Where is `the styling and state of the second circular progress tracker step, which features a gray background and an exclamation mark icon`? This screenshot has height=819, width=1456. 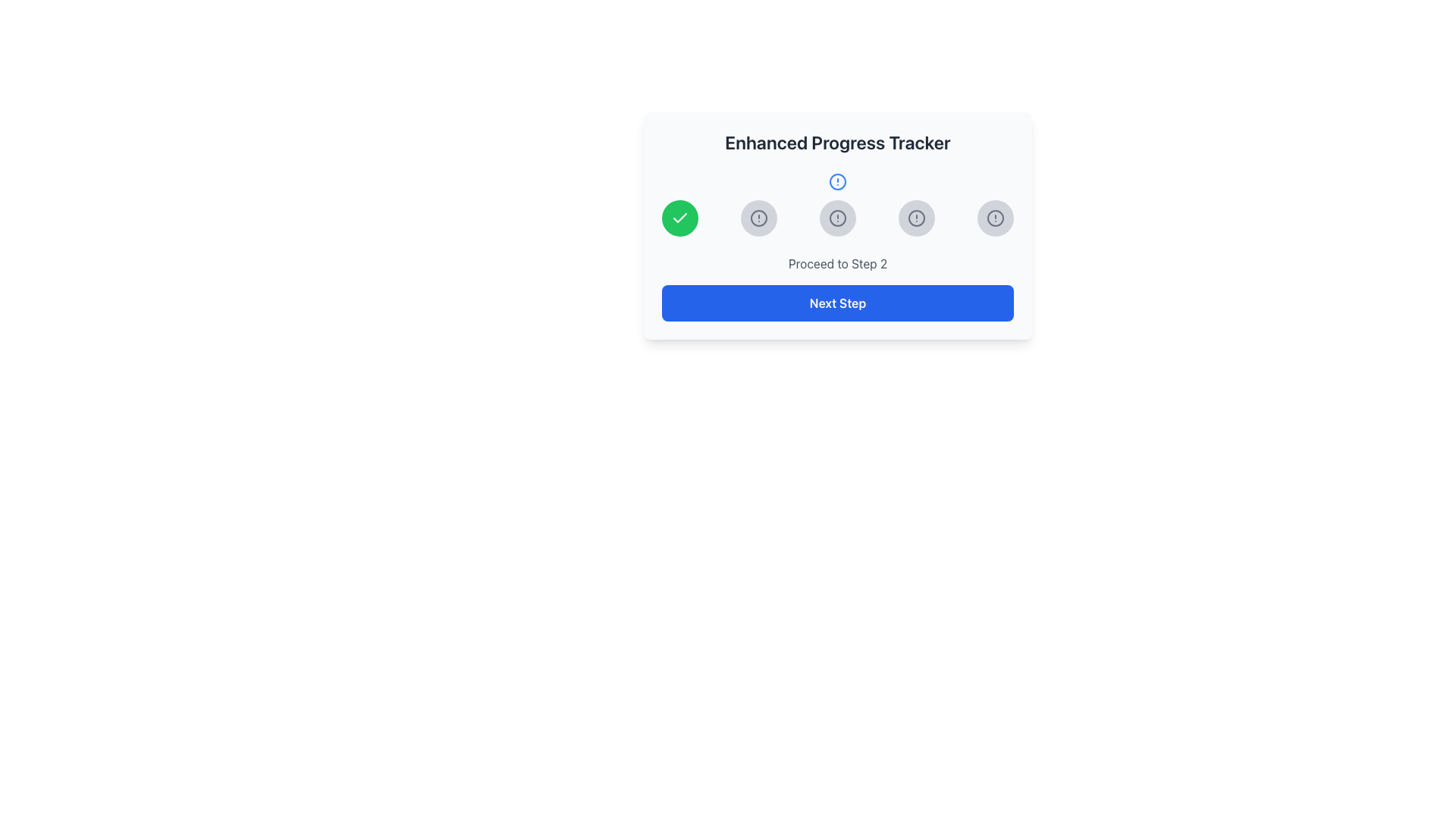 the styling and state of the second circular progress tracker step, which features a gray background and an exclamation mark icon is located at coordinates (759, 218).